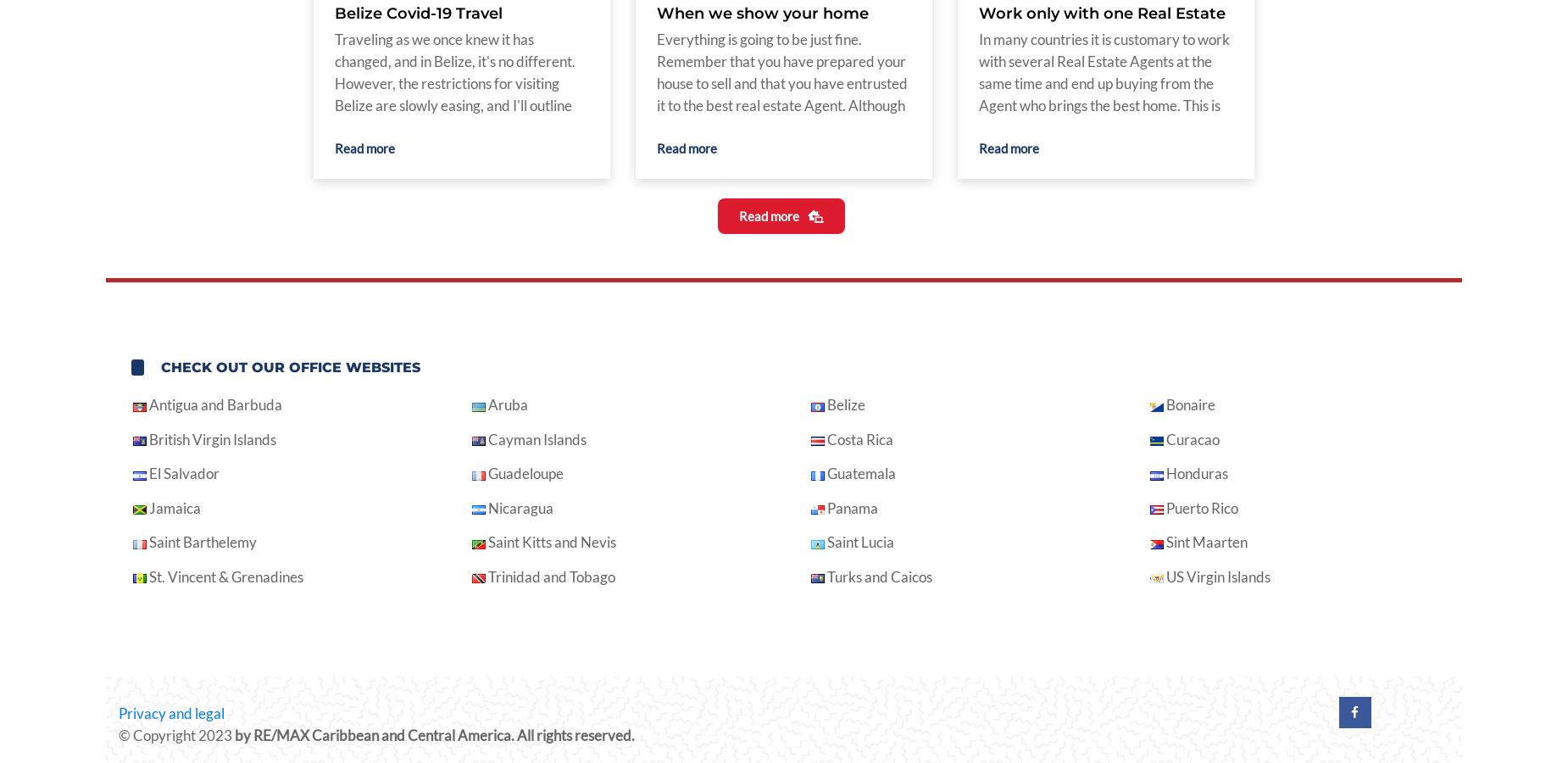 This screenshot has height=763, width=1568. I want to click on 'El Salvador', so click(182, 472).